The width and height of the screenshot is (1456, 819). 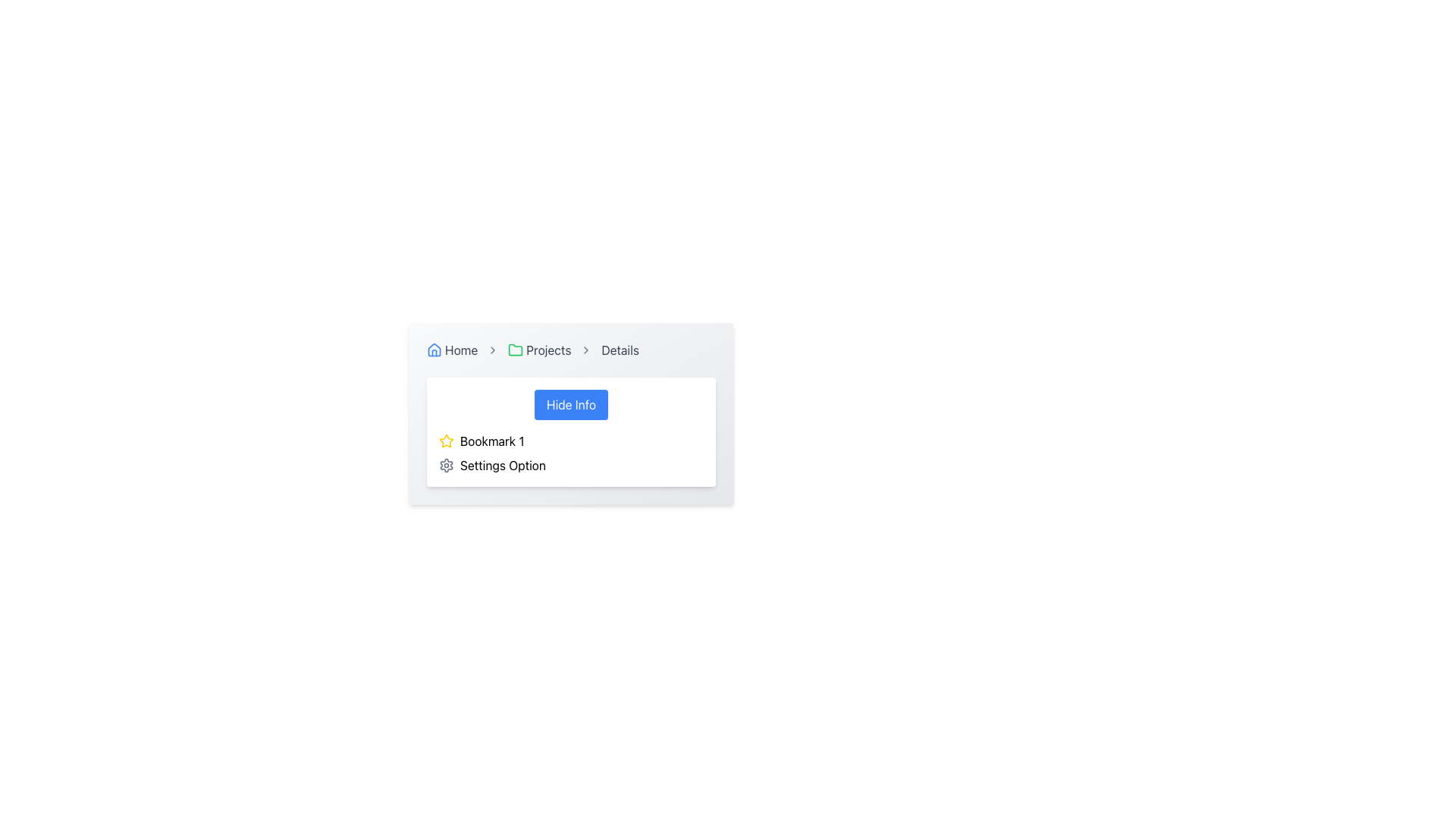 I want to click on the gear-shaped icon to the left of the 'Settings Option' text, so click(x=446, y=464).